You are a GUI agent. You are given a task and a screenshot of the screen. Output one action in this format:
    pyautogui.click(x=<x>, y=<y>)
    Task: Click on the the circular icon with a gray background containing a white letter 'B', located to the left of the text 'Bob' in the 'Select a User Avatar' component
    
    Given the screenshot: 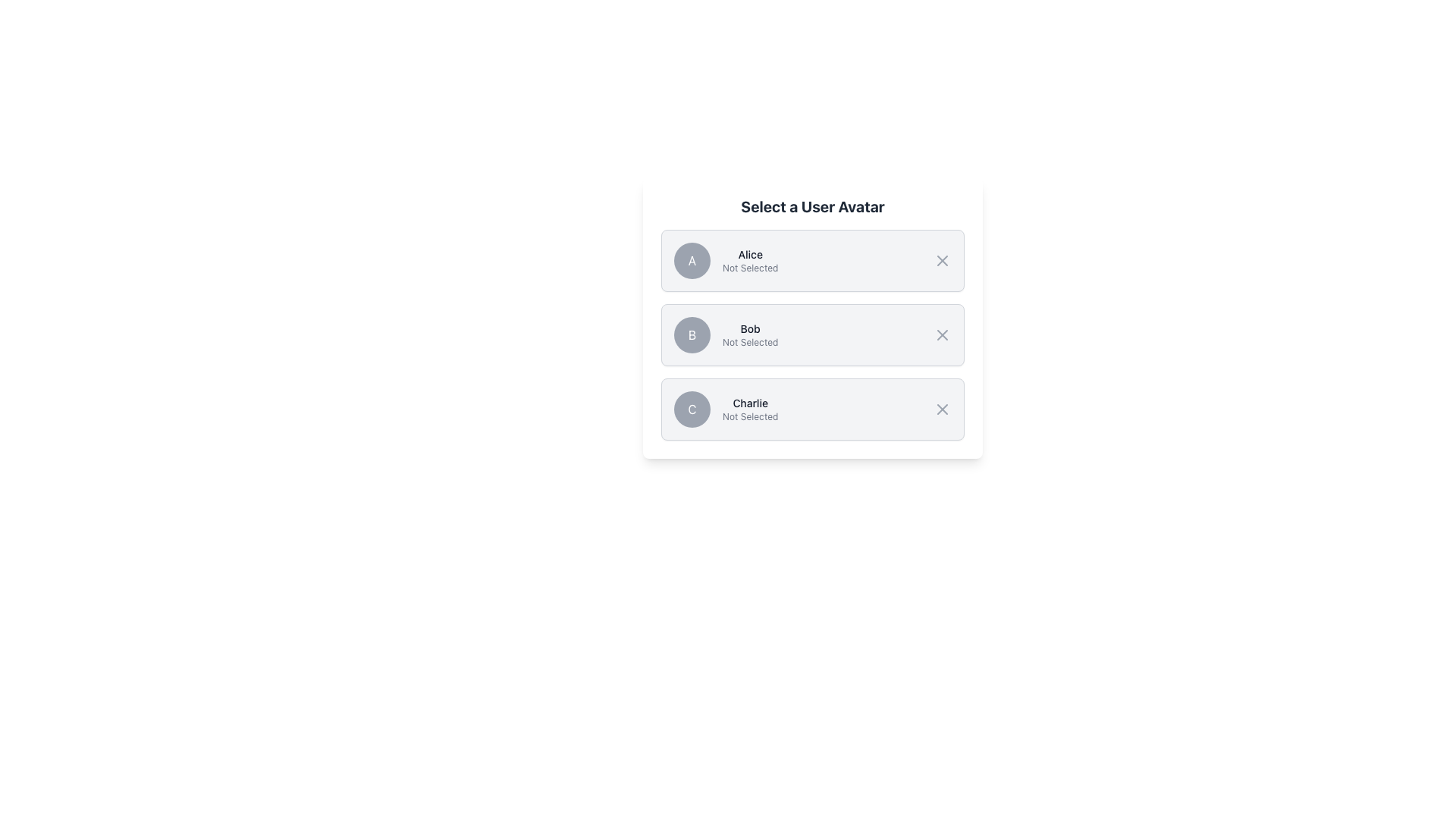 What is the action you would take?
    pyautogui.click(x=691, y=334)
    